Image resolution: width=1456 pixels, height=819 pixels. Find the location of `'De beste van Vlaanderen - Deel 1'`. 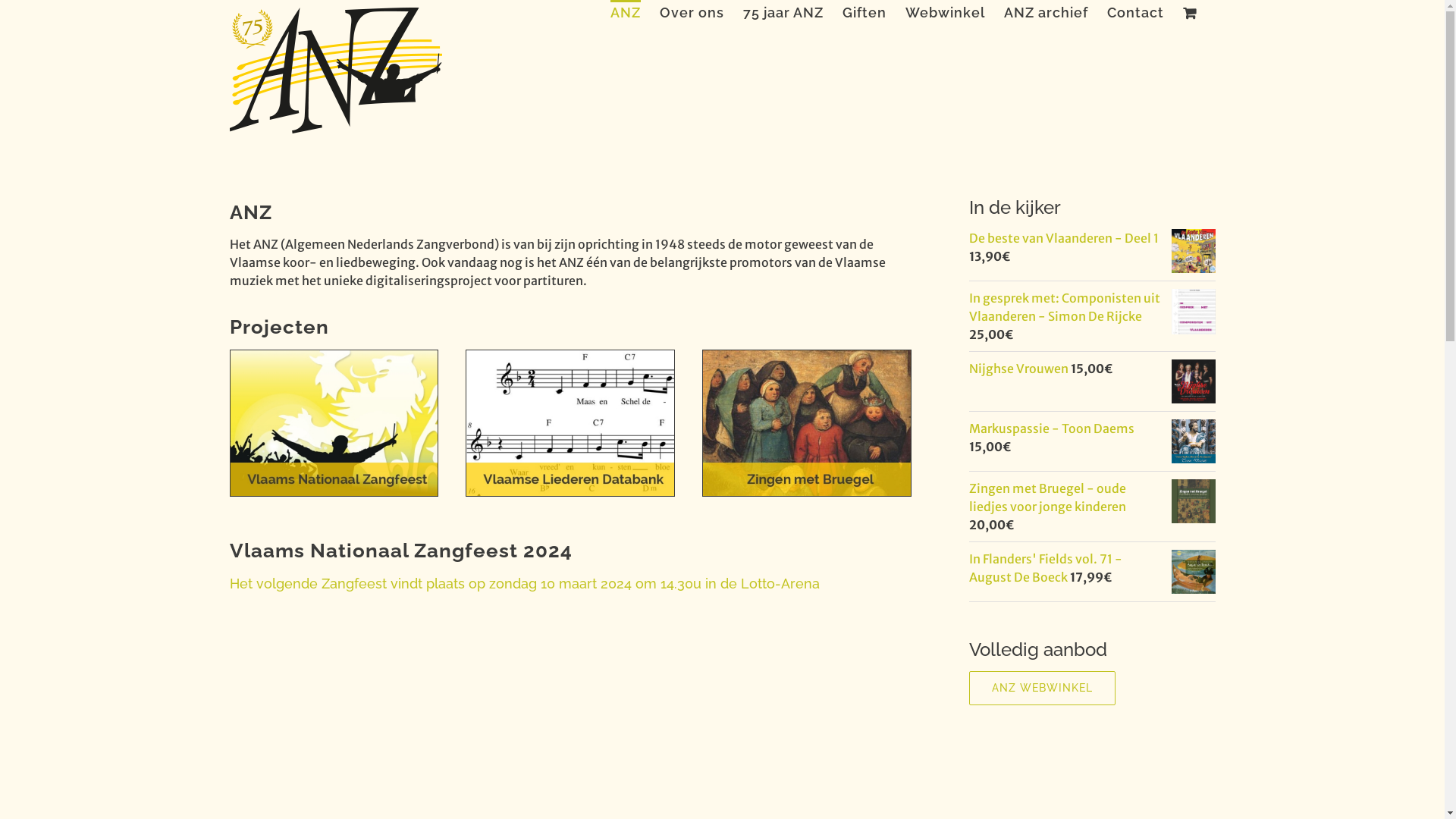

'De beste van Vlaanderen - Deel 1' is located at coordinates (1062, 237).